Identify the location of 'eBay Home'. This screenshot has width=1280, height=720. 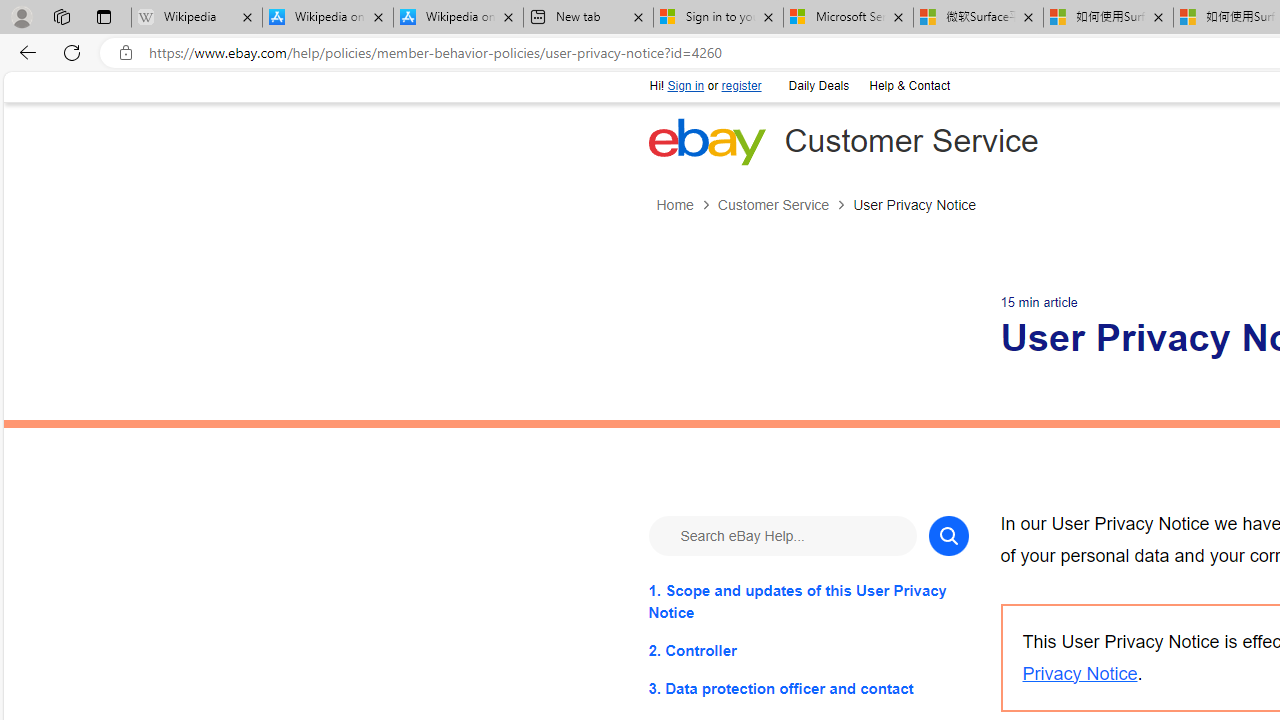
(706, 140).